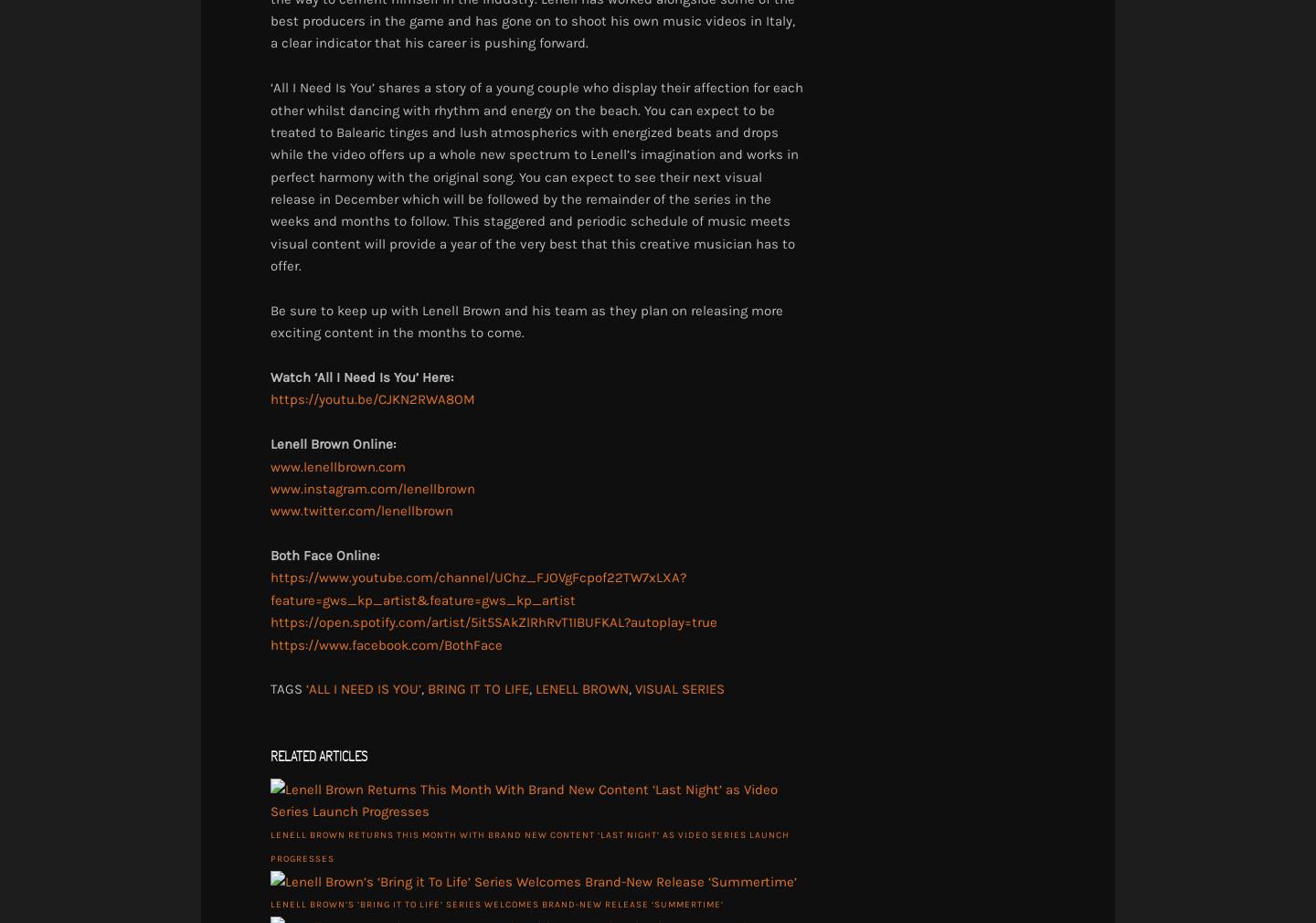 Image resolution: width=1316 pixels, height=923 pixels. I want to click on '‘ALL I NEED IS YOU’', so click(363, 687).